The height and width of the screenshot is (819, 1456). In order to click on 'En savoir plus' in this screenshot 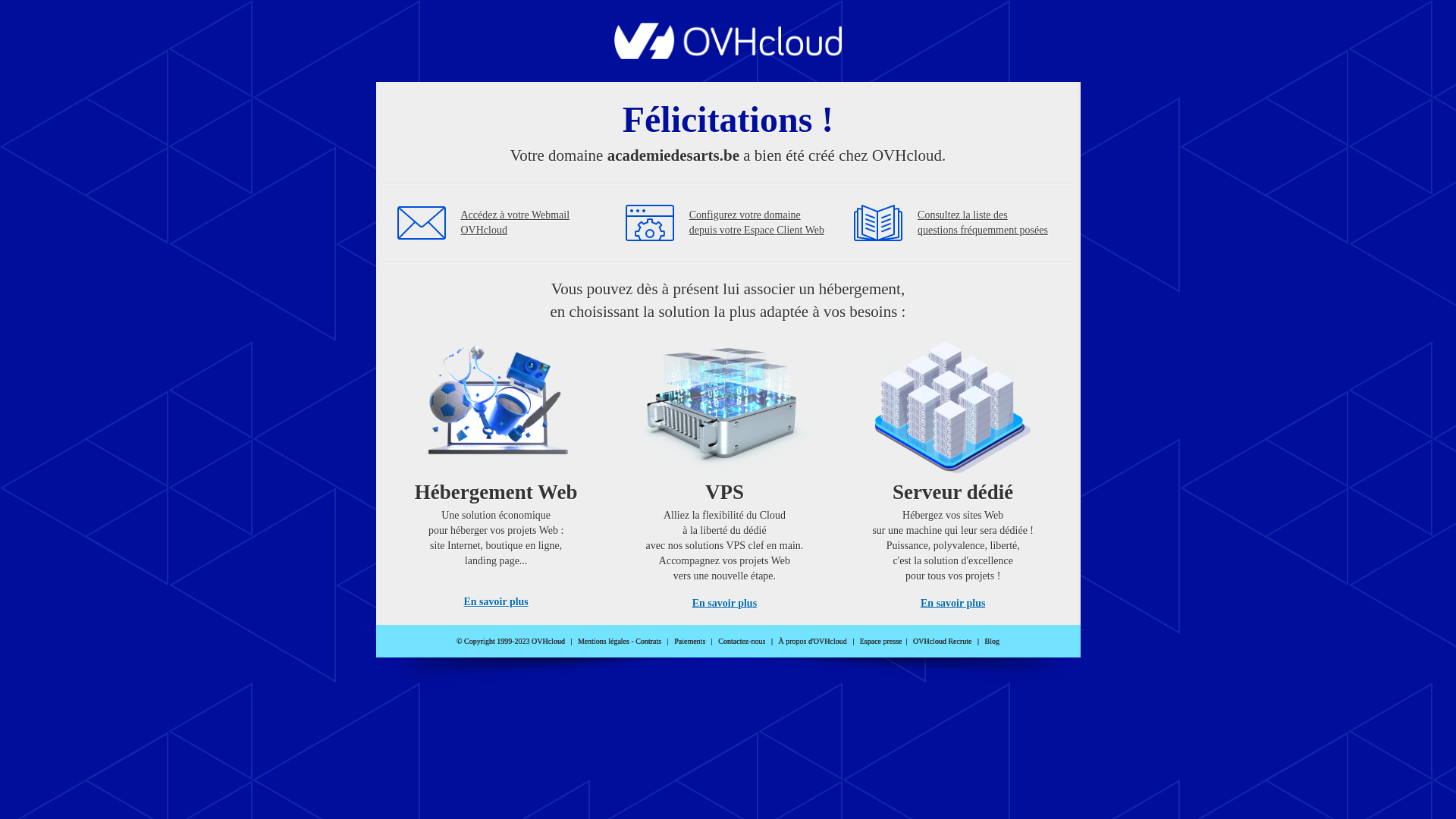, I will do `click(495, 601)`.